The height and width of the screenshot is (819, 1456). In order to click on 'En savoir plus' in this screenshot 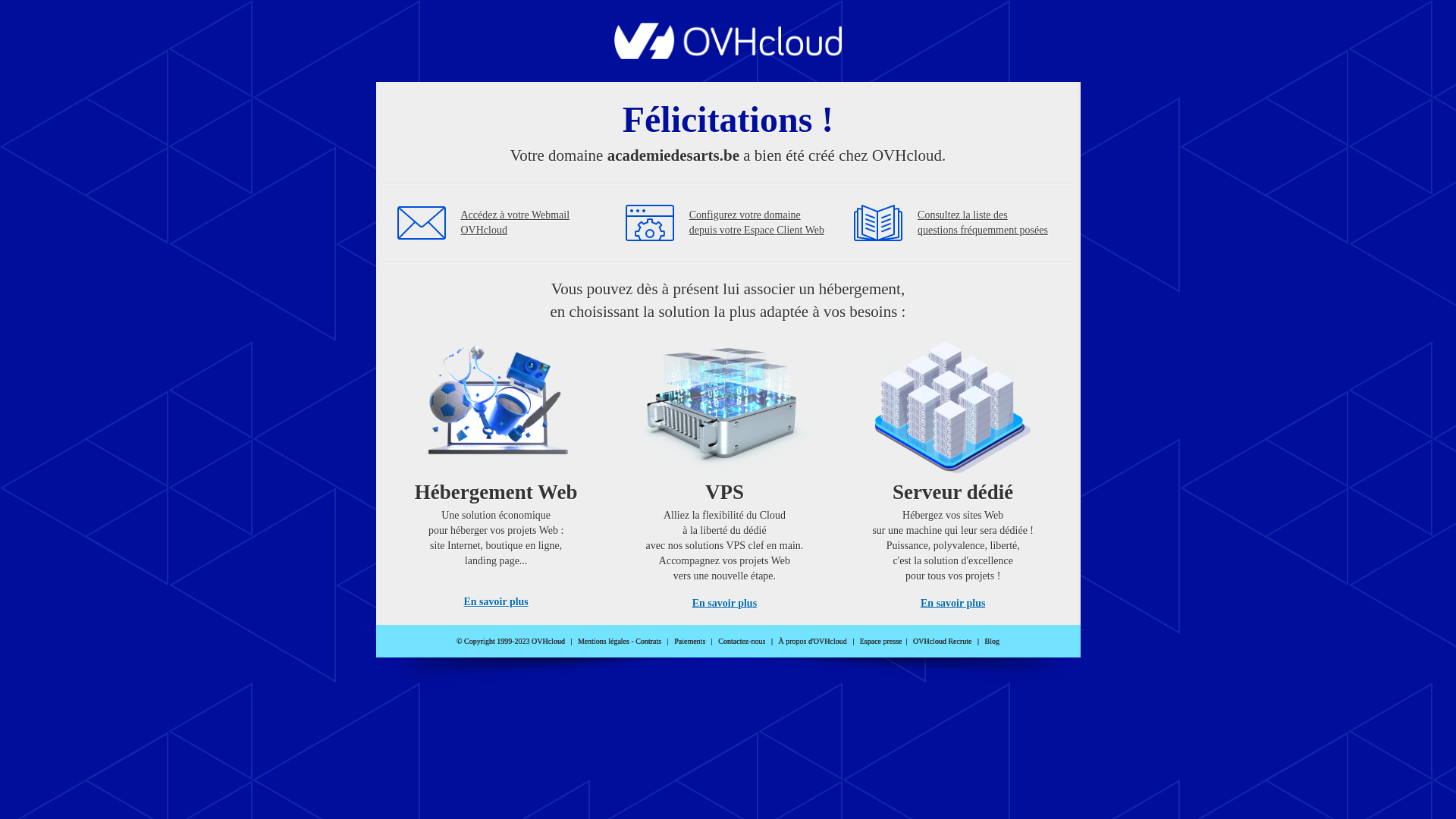, I will do `click(495, 601)`.